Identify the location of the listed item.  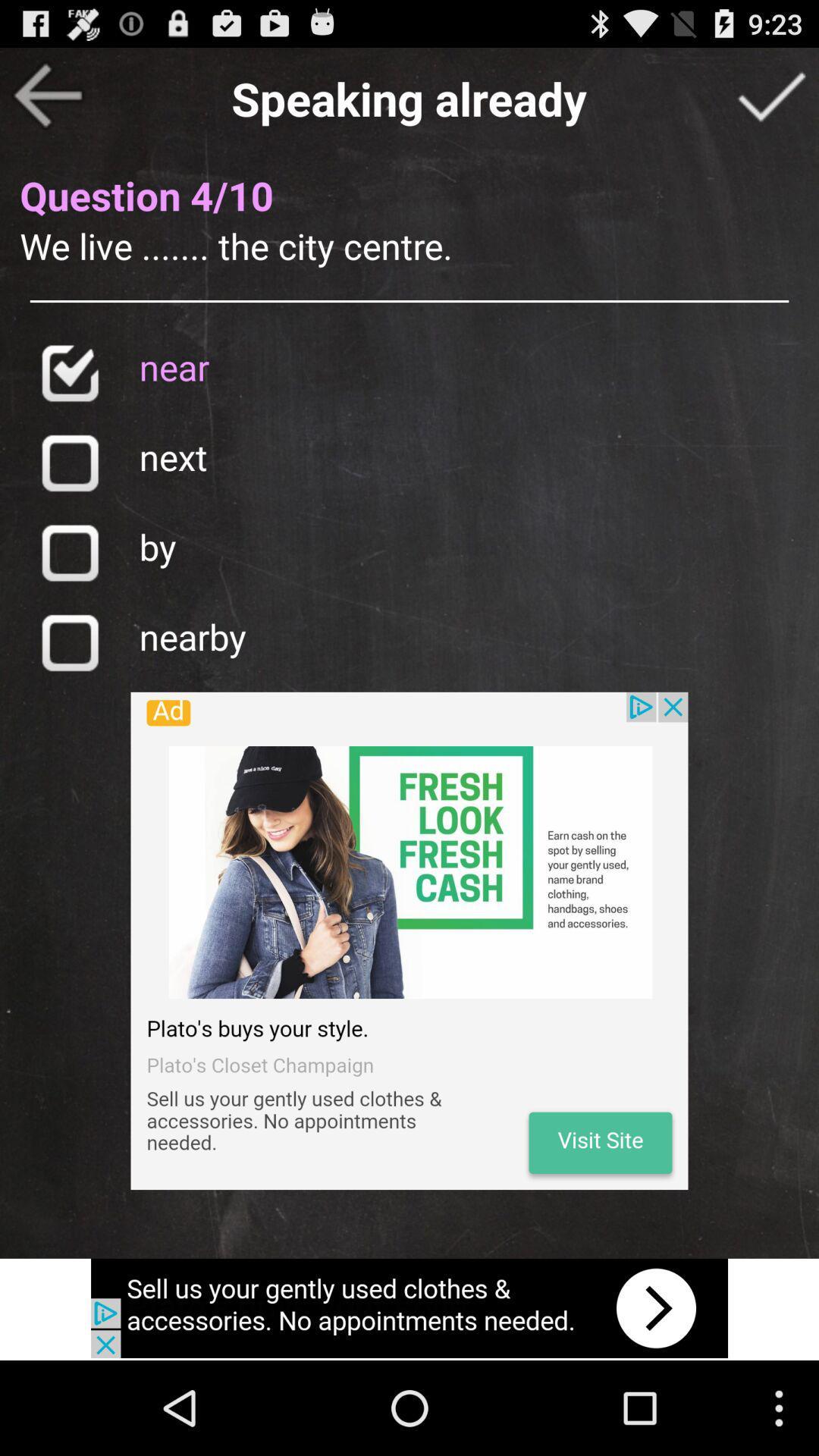
(69, 372).